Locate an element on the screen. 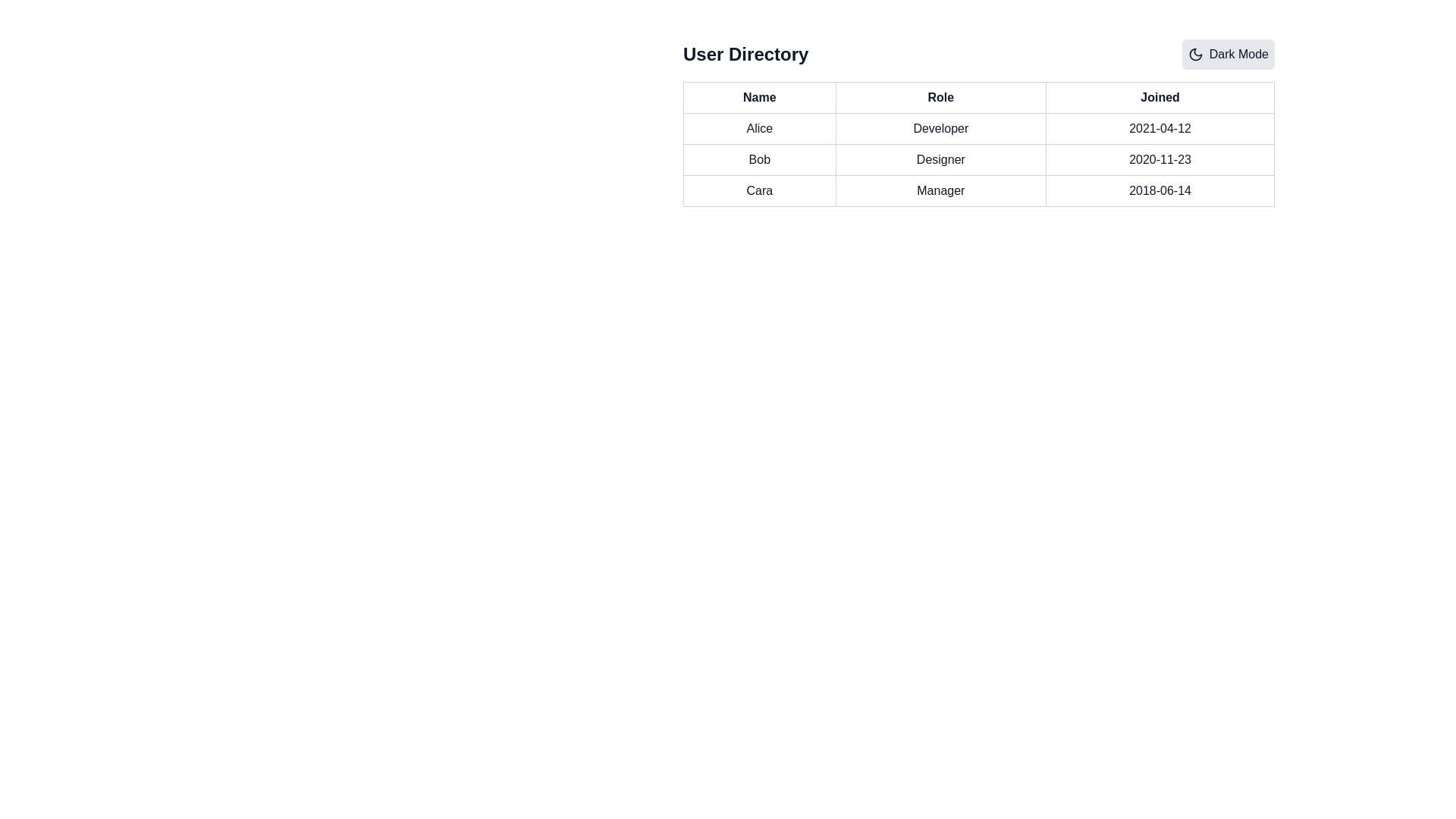 This screenshot has height=819, width=1456. the static text label containing the word 'Designer' in the second column of the second row under the 'Role' heading in the 'User Directory' table is located at coordinates (940, 160).